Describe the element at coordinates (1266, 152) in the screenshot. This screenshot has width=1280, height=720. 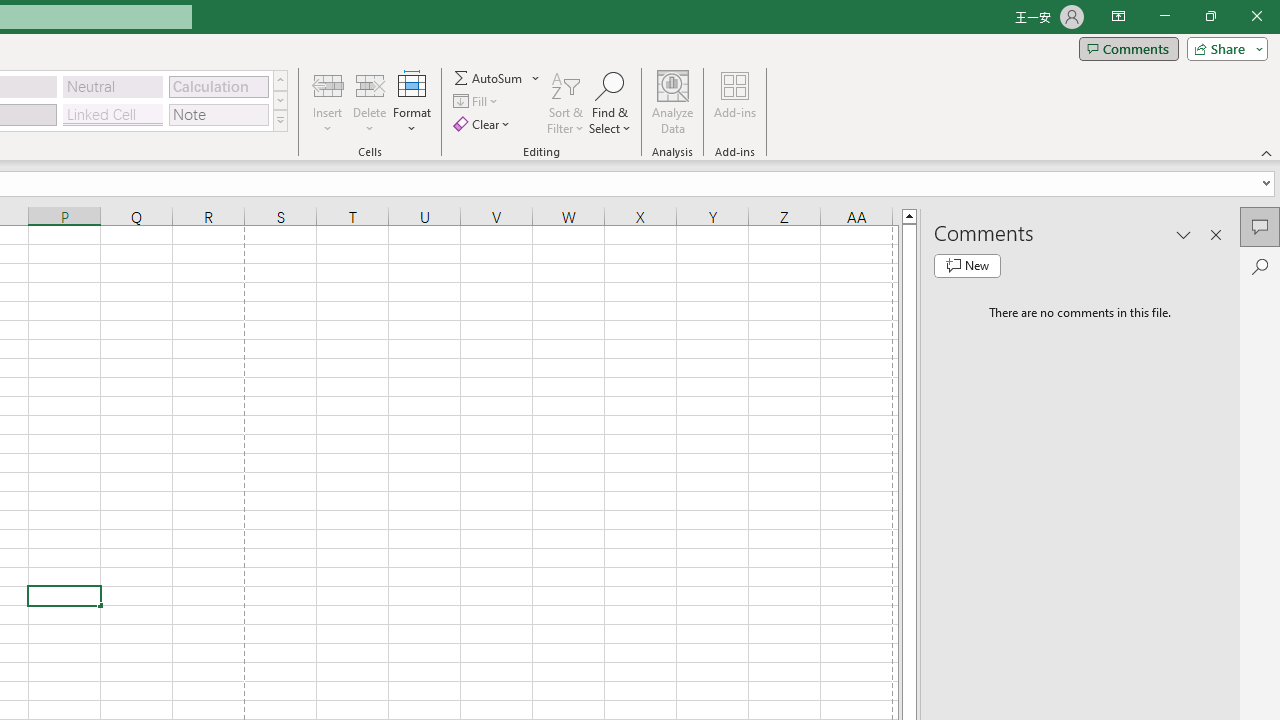
I see `'Collapse the Ribbon'` at that location.